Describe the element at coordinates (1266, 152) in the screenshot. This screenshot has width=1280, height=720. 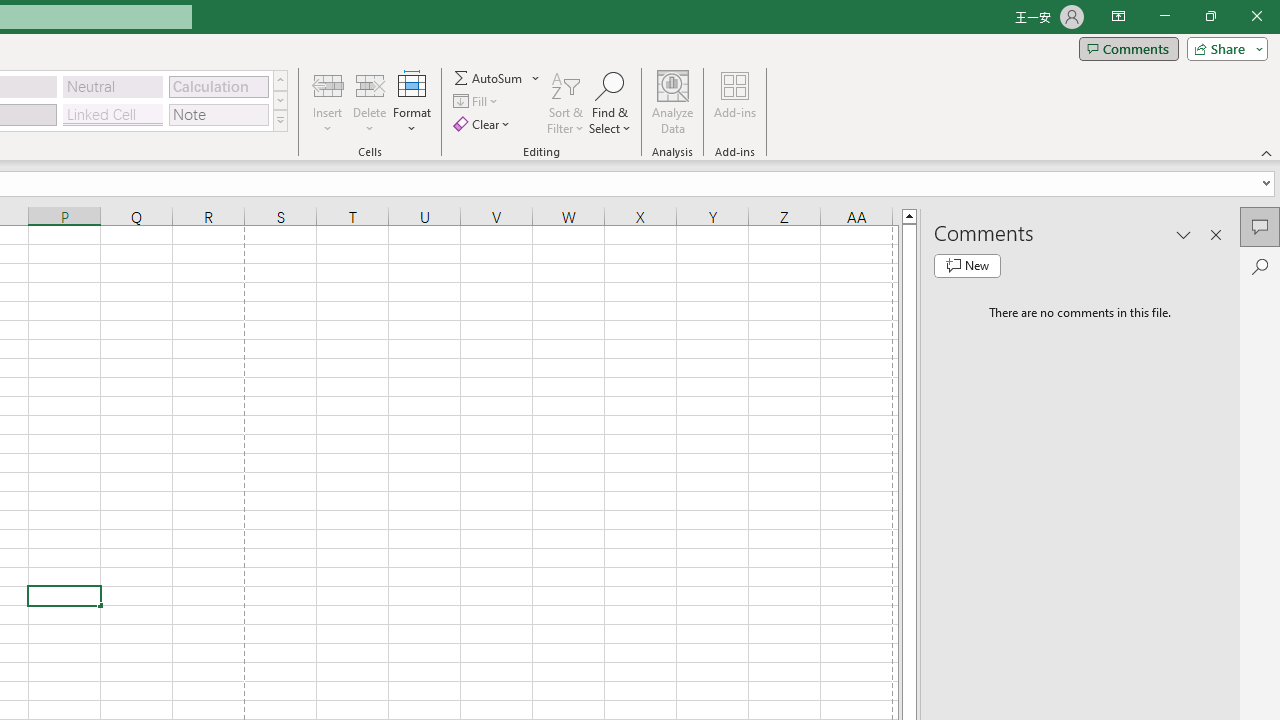
I see `'Collapse the Ribbon'` at that location.